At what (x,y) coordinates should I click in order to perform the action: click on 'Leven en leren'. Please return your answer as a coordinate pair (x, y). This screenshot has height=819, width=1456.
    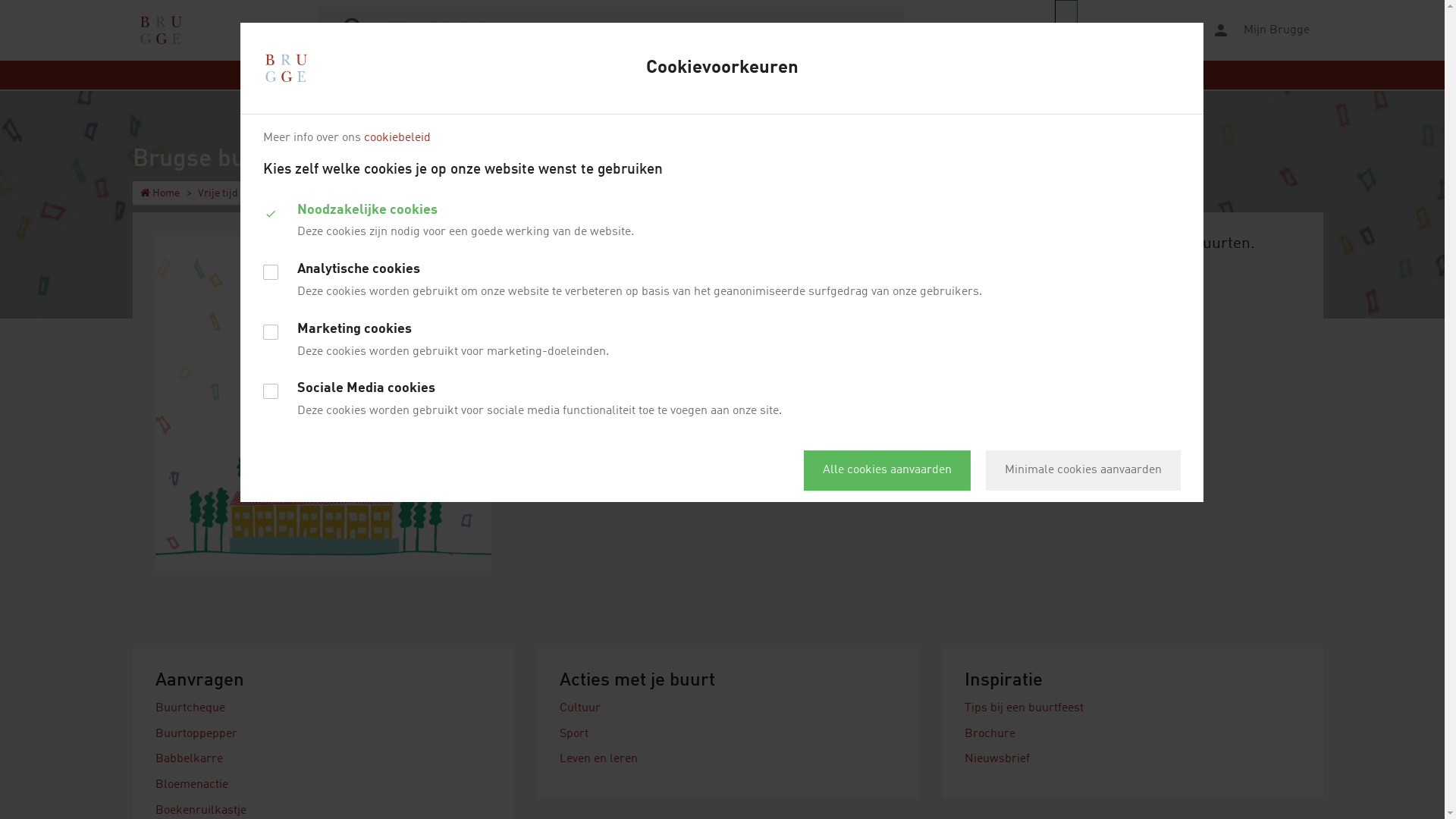
    Looking at the image, I should click on (598, 759).